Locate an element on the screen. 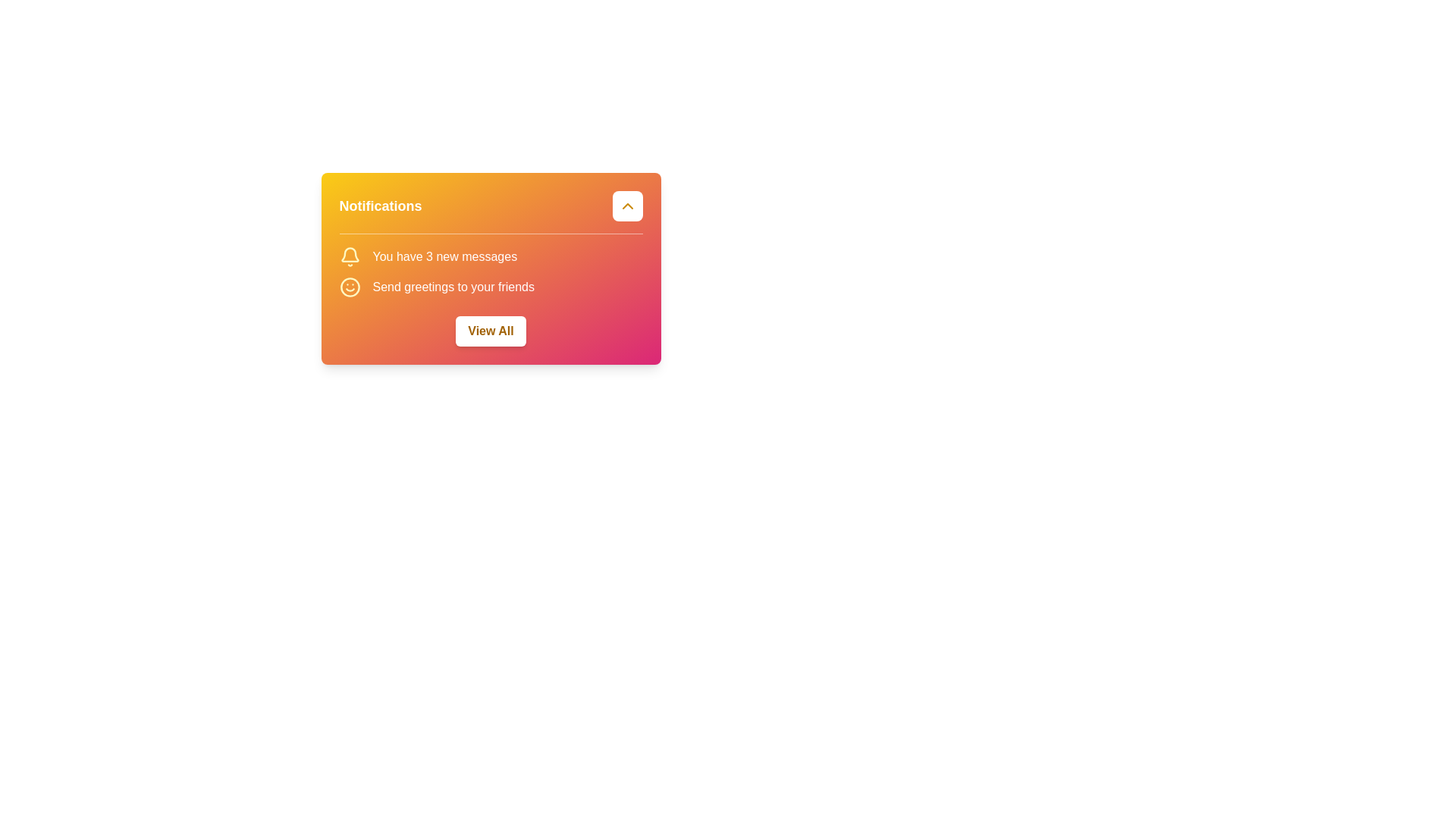 This screenshot has width=1456, height=819. the yellow circular smiley face icon located on the left side of the notification row, which contains the text 'Send greetings to your friends' is located at coordinates (349, 287).